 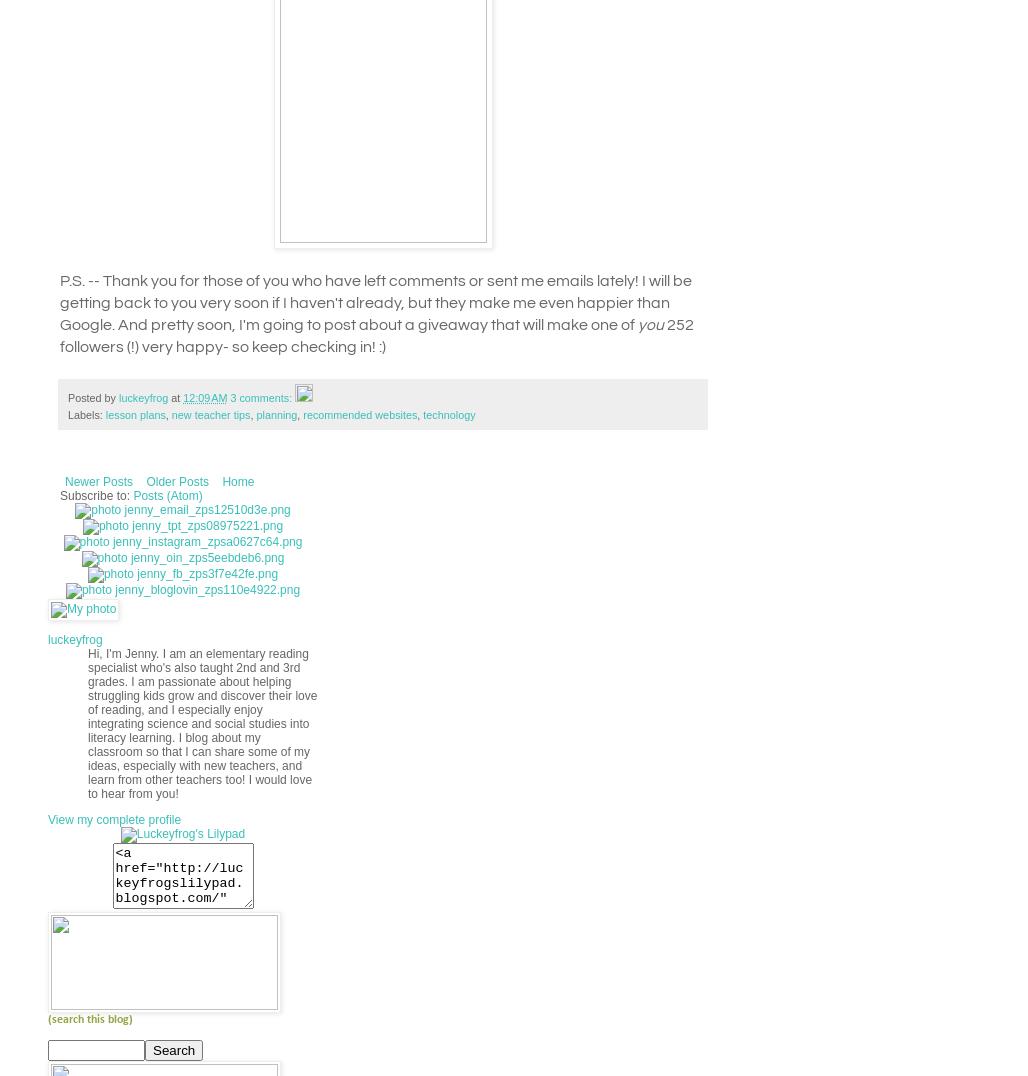 What do you see at coordinates (651, 324) in the screenshot?
I see `'you'` at bounding box center [651, 324].